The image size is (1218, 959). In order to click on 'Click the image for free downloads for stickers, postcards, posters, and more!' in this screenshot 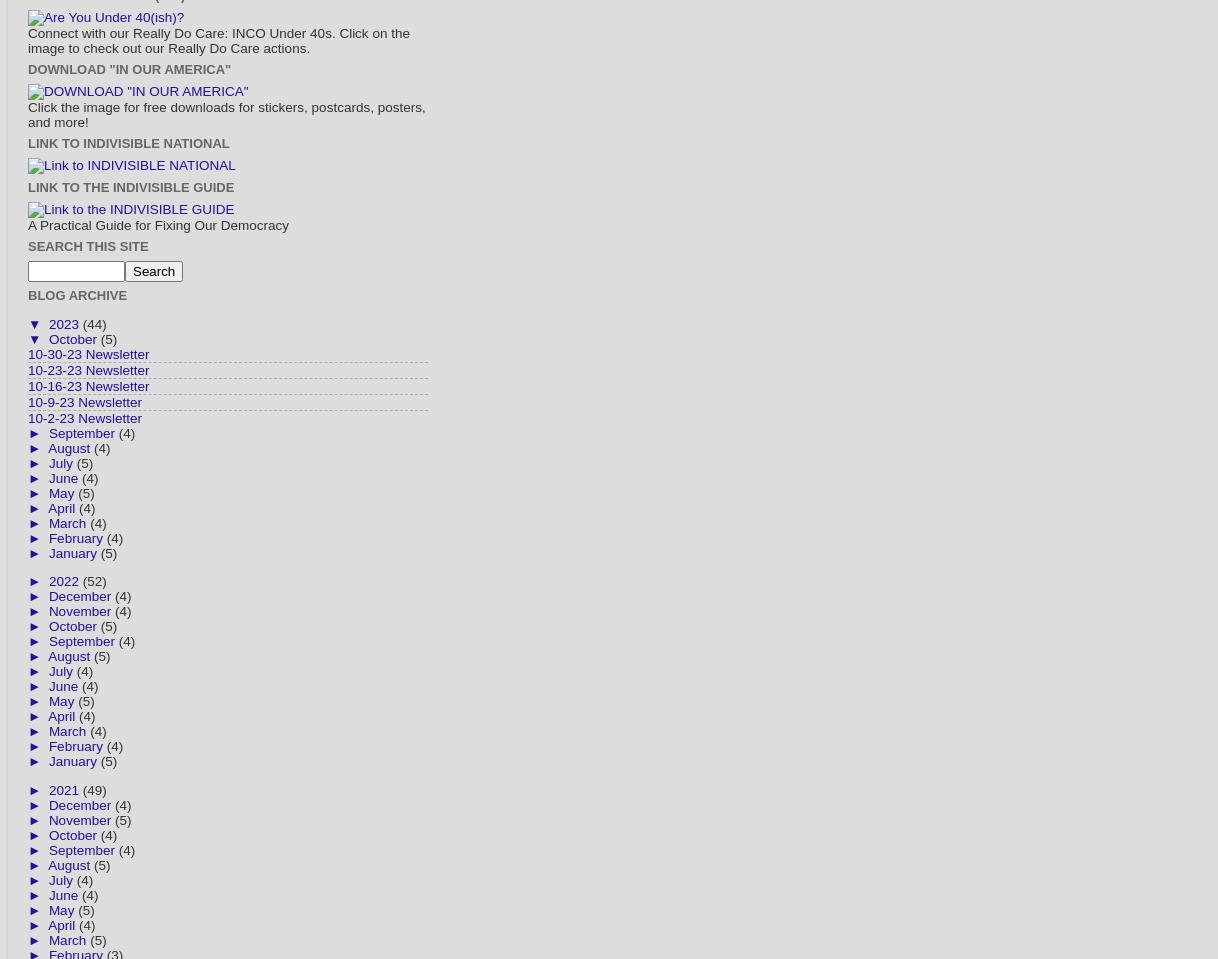, I will do `click(225, 114)`.